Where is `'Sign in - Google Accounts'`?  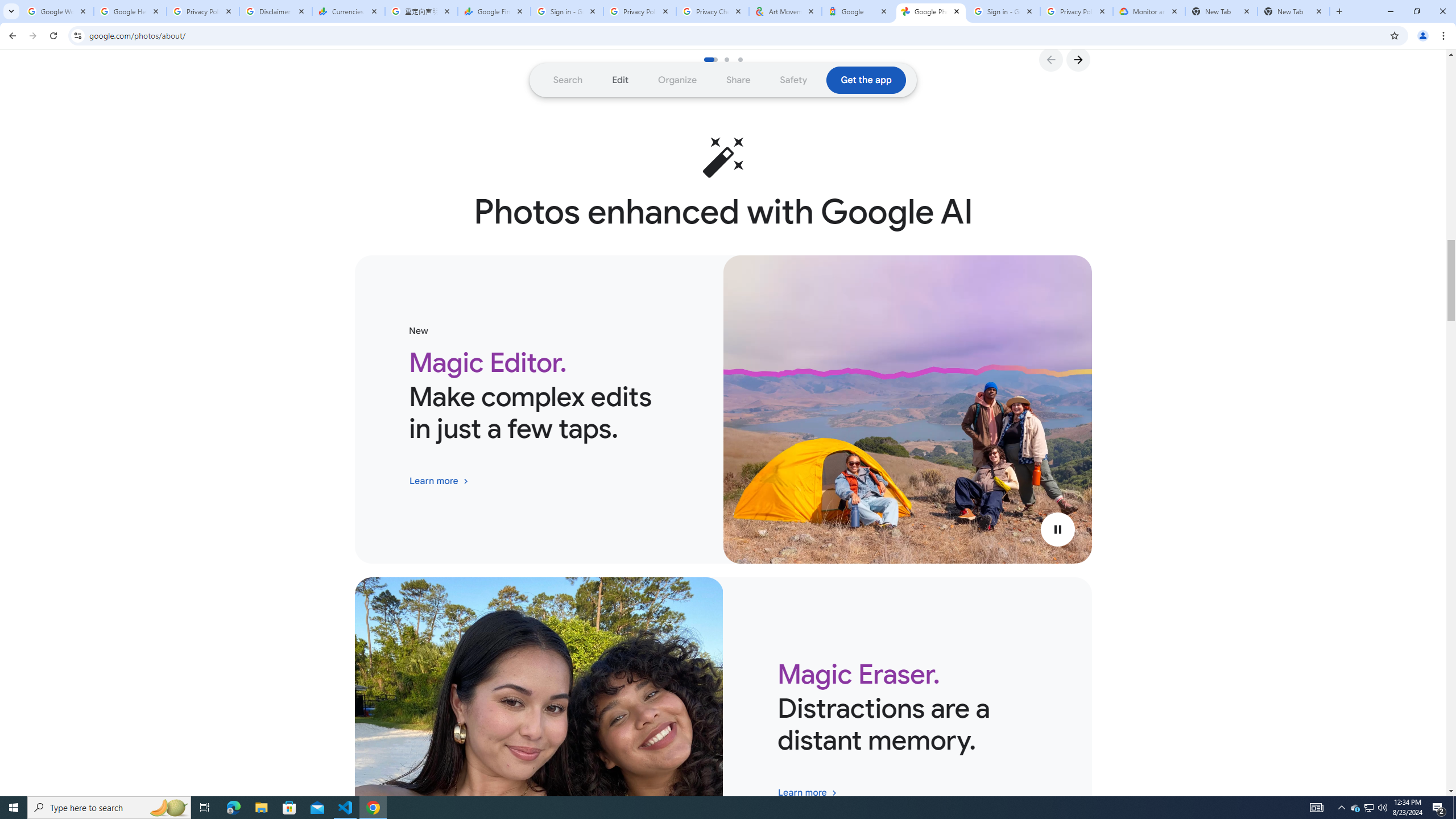 'Sign in - Google Accounts' is located at coordinates (566, 11).